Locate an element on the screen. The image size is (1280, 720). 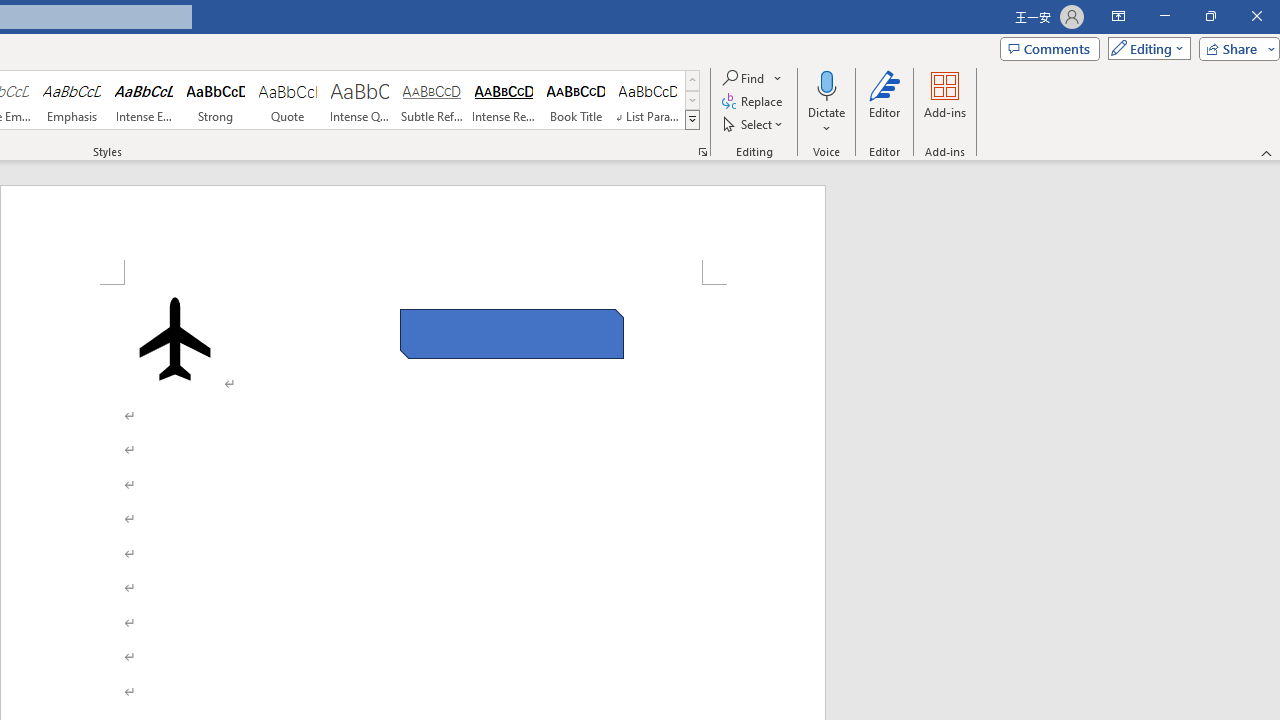
'Close' is located at coordinates (1255, 16).